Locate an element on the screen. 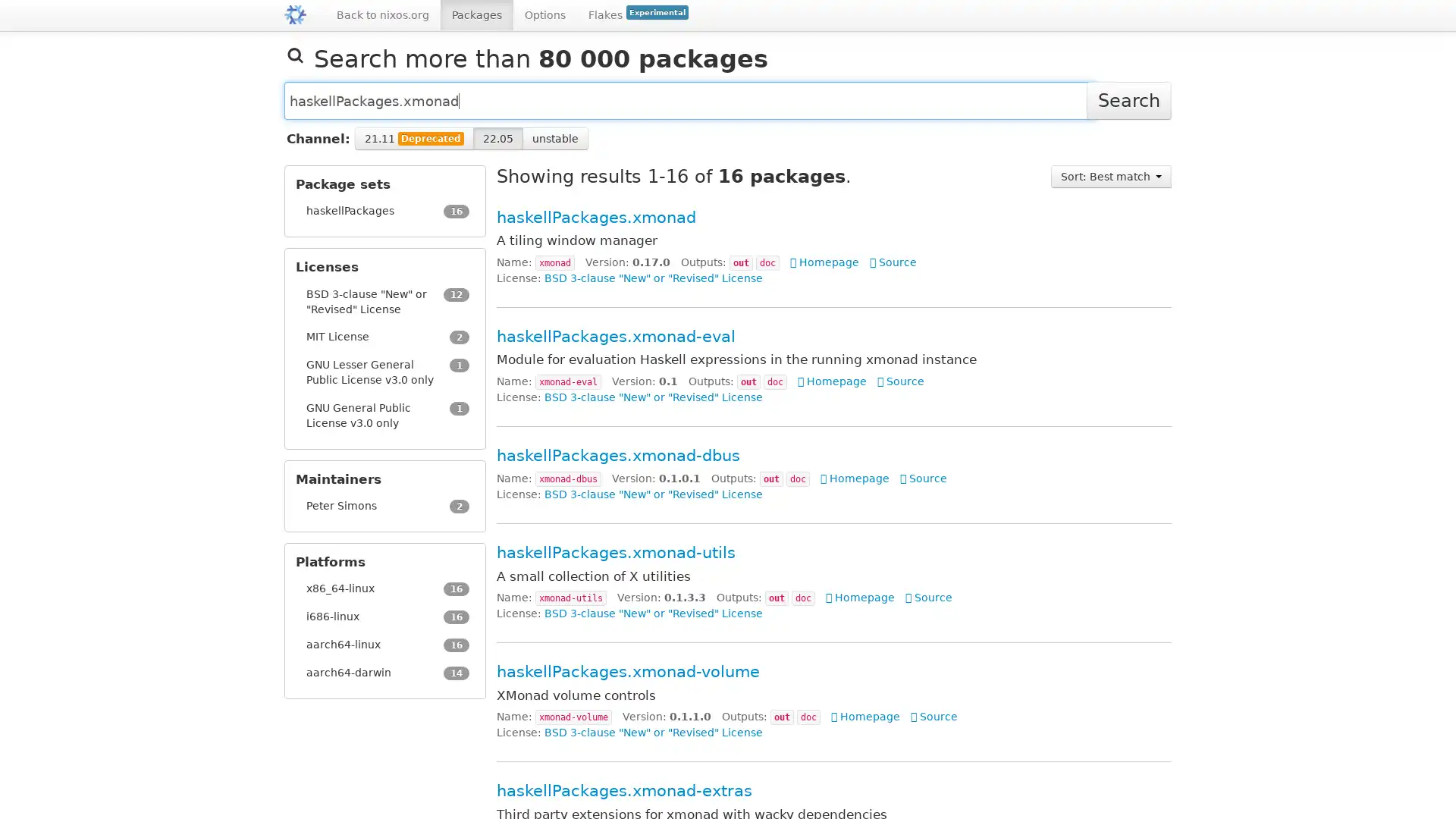 The image size is (1456, 819). Sort: Best match is located at coordinates (1111, 175).